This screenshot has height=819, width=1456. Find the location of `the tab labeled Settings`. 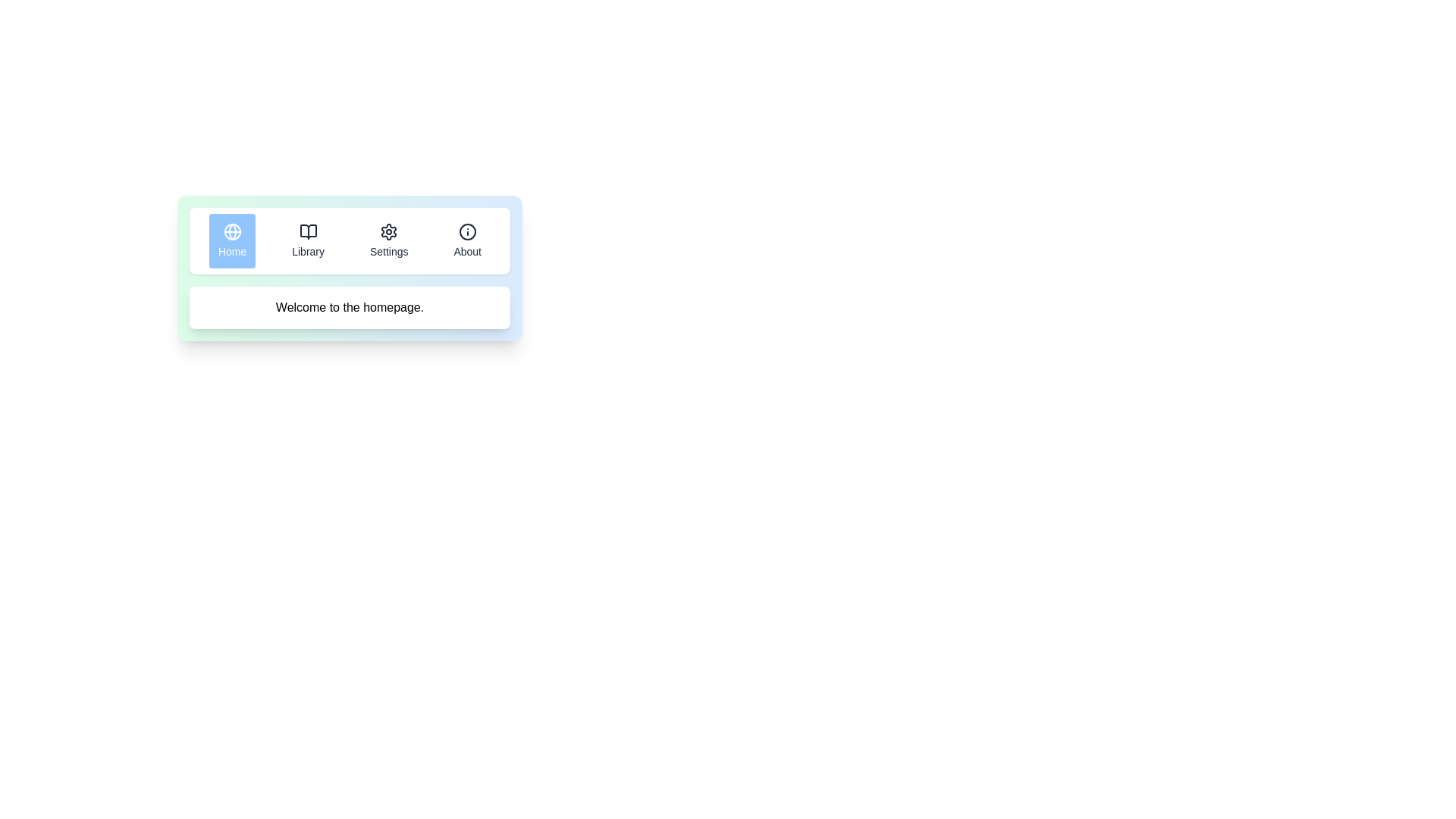

the tab labeled Settings is located at coordinates (389, 240).